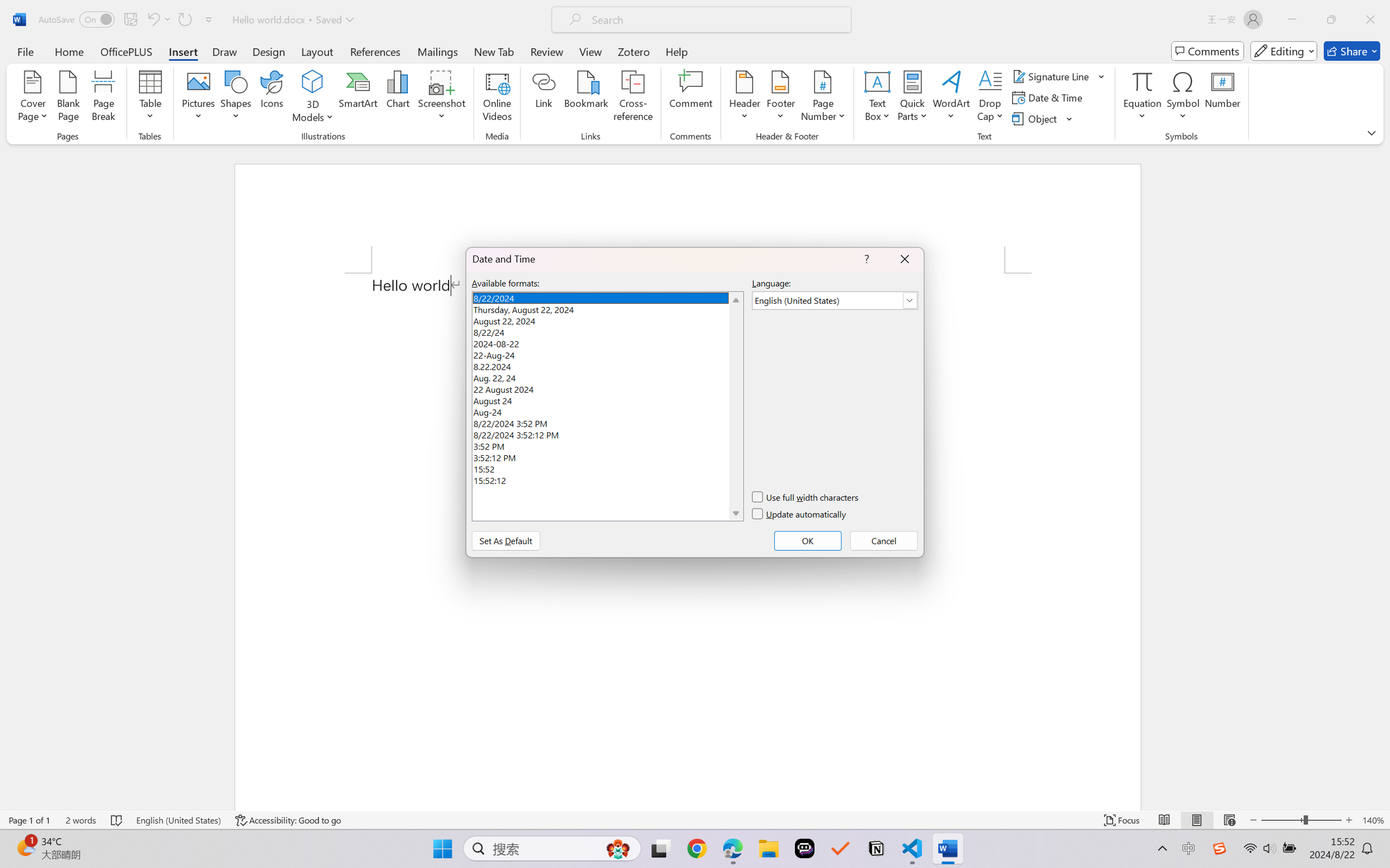  What do you see at coordinates (375, 51) in the screenshot?
I see `'References'` at bounding box center [375, 51].